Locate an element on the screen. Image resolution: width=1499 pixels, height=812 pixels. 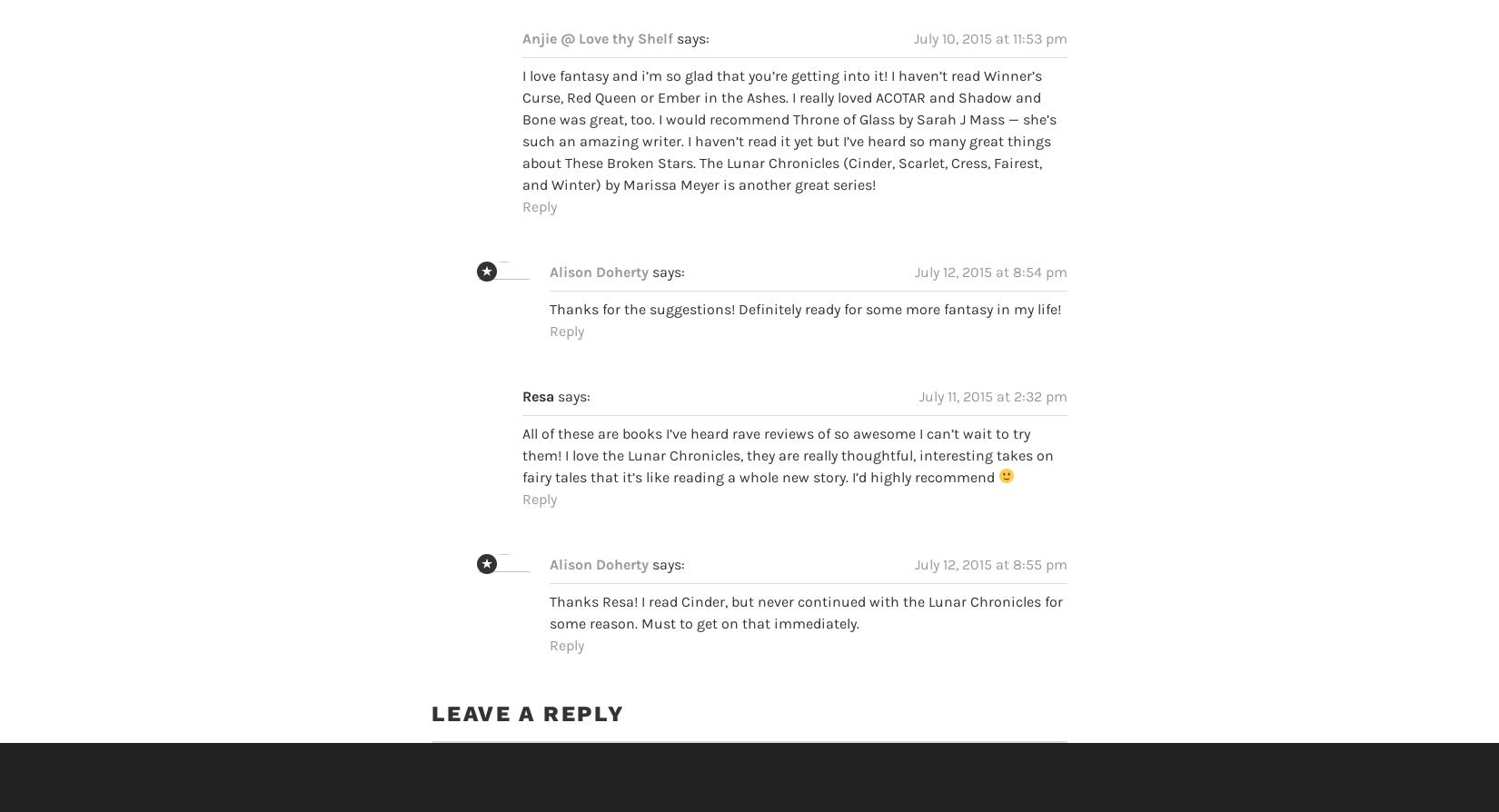
'I love fantasy and i’m so glad that you’re getting into it! I haven’t read Winner’s Curse, Red Queen or Ember in the Ashes. I really loved ACOTAR and Shadow and Bone was great, too. I would recommend Throne of Glass by Sarah J Mass — she’s such an amazing writer. I haven’t read it yet but I’ve heard so many great things about These Broken Stars. The Lunar Chronicles (Cinder, Scarlet, Cress, Fairest, and Winter) by Marissa Meyer is another great series!' is located at coordinates (521, 95).